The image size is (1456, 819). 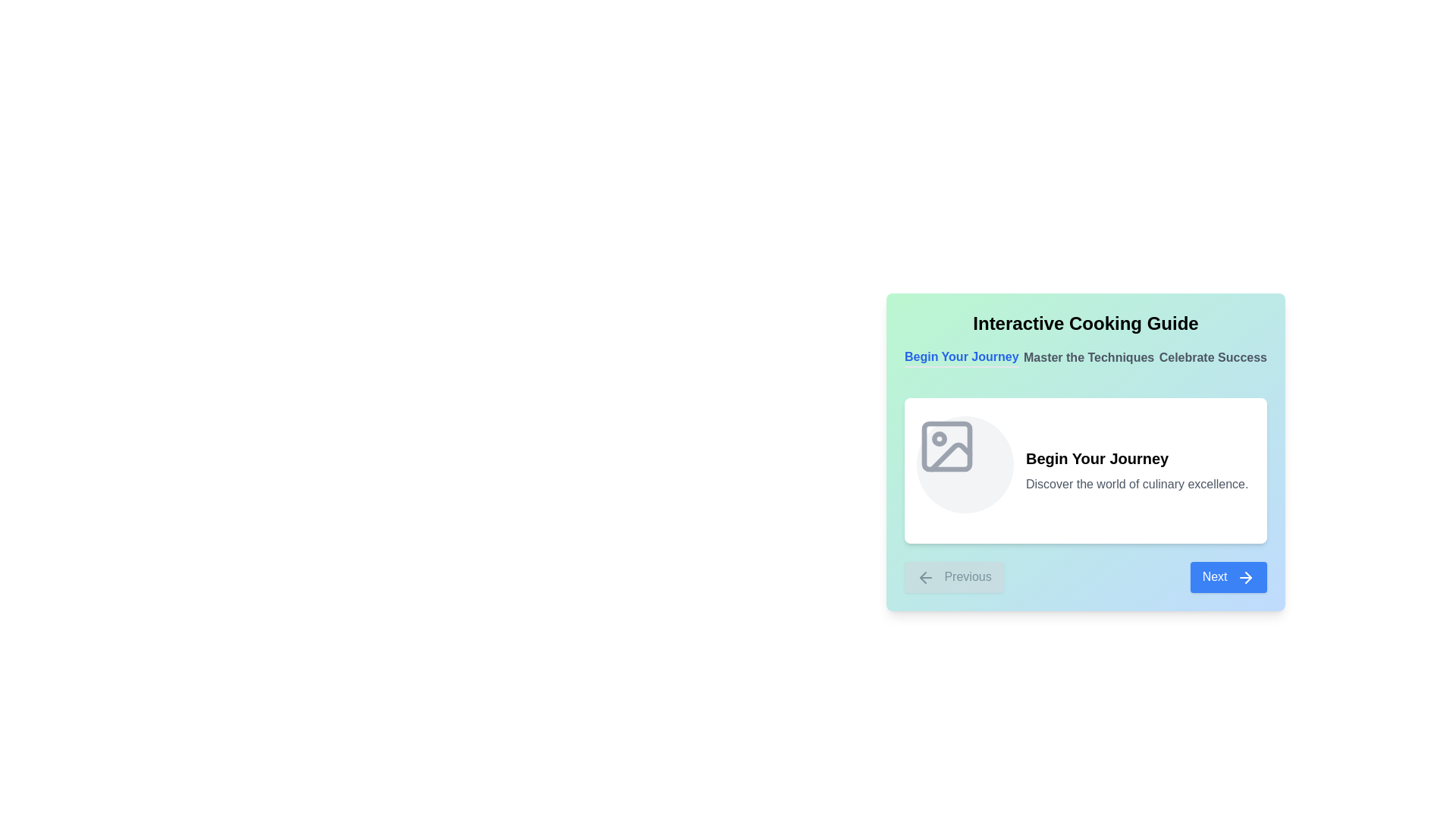 I want to click on 'Next' button to navigate to the next step, so click(x=1228, y=576).